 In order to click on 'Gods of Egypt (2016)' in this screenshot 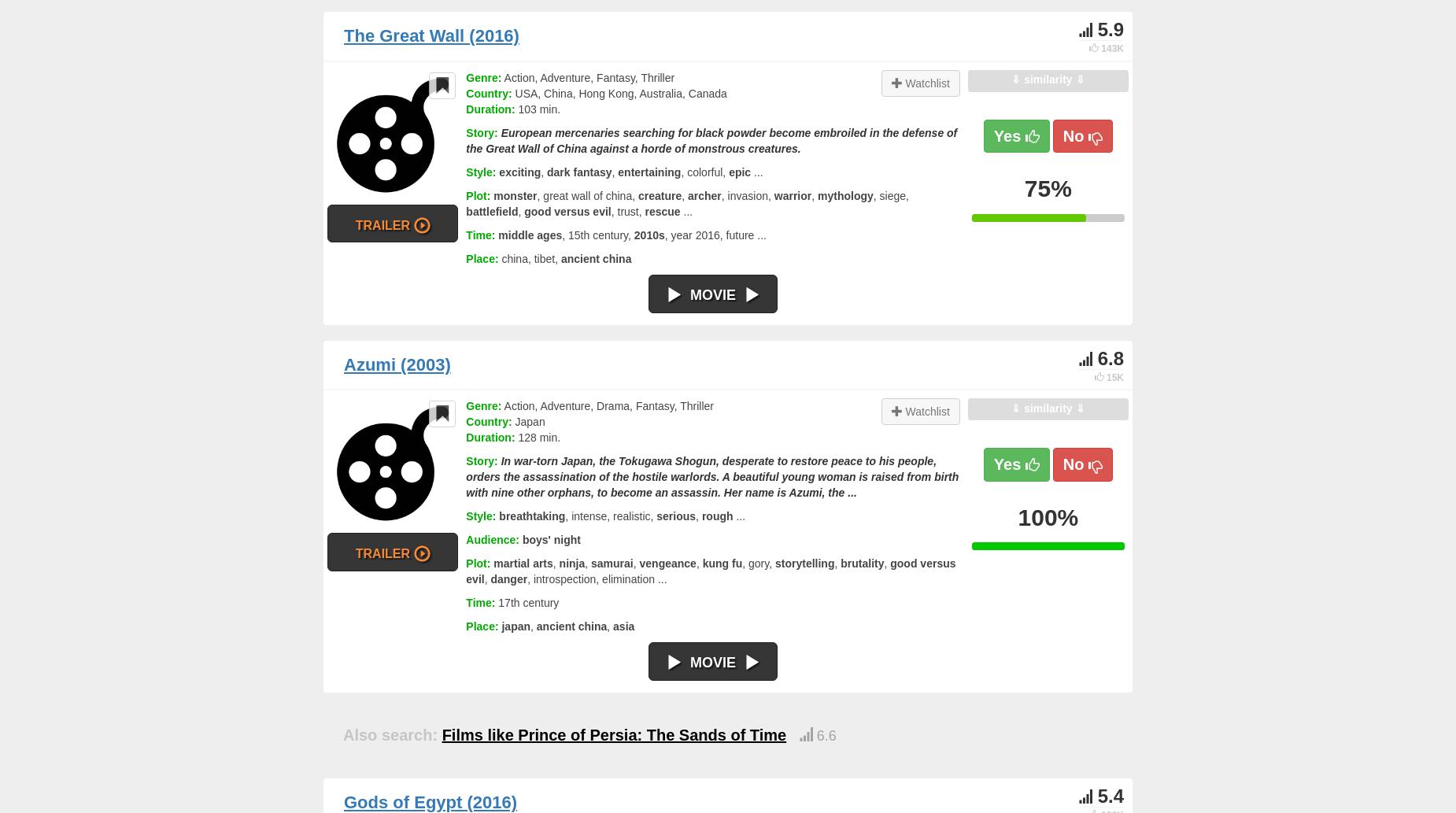, I will do `click(431, 800)`.